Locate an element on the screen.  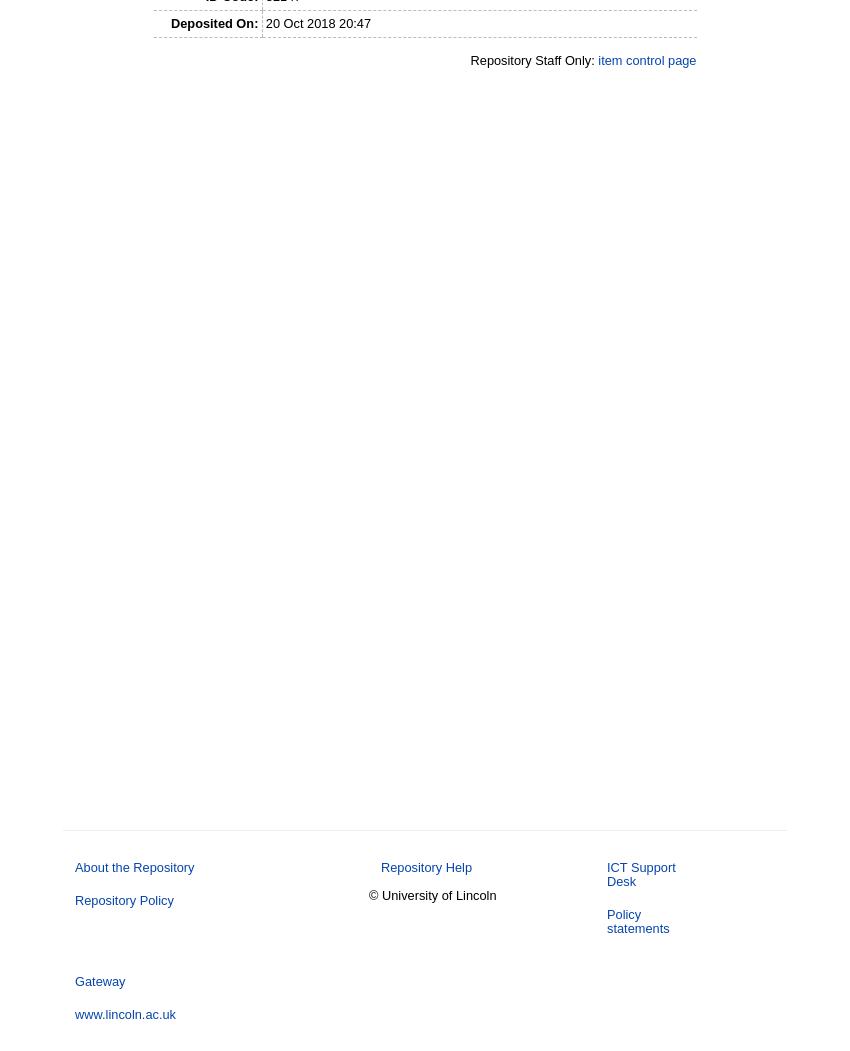
'20 Oct 2018 20:47' is located at coordinates (264, 23).